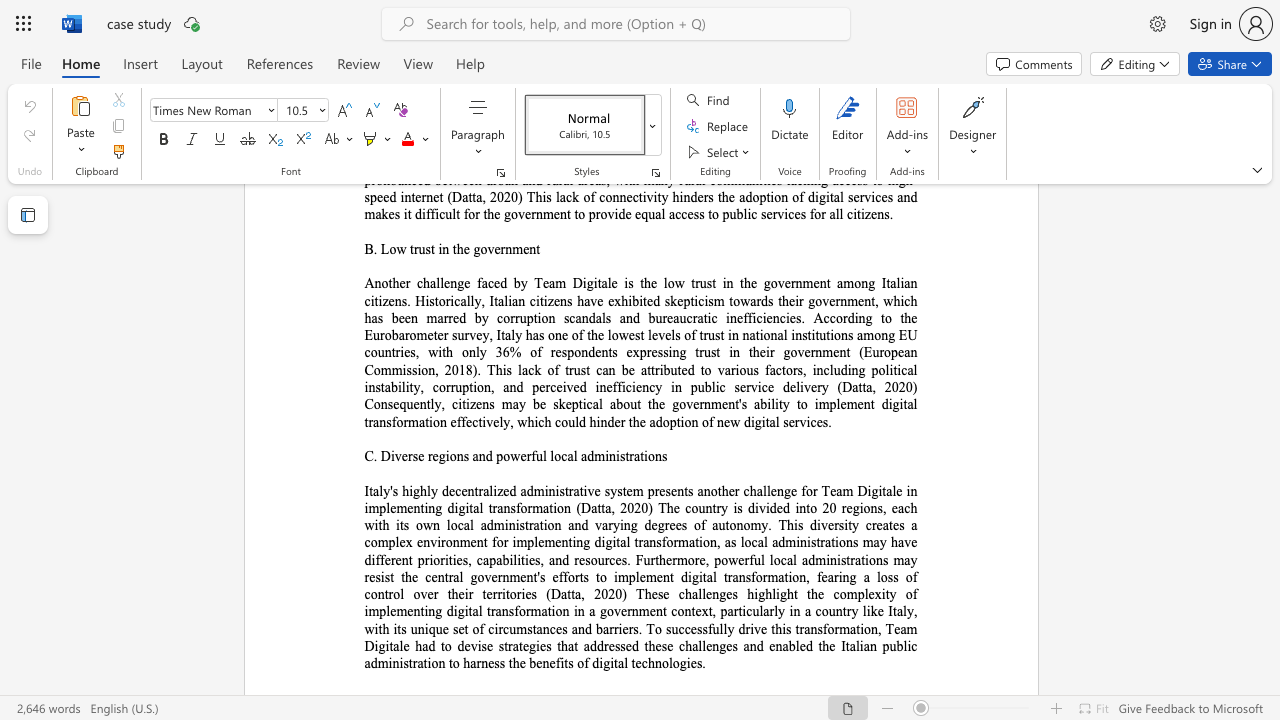 The height and width of the screenshot is (720, 1280). Describe the element at coordinates (688, 593) in the screenshot. I see `the 3th character "h" in the text` at that location.